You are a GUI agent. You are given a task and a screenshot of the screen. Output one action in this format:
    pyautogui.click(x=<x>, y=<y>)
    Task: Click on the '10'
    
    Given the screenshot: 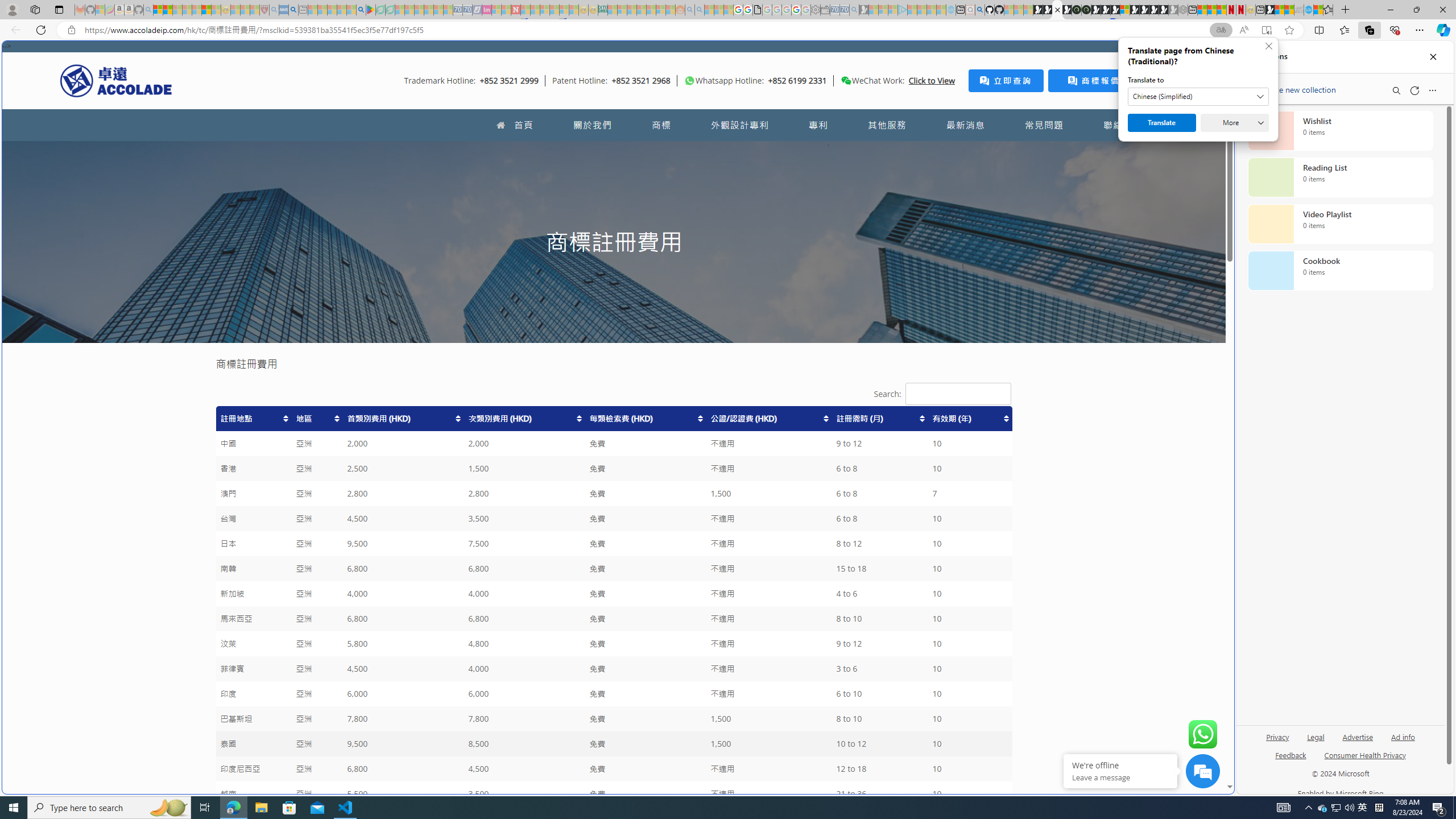 What is the action you would take?
    pyautogui.click(x=969, y=793)
    